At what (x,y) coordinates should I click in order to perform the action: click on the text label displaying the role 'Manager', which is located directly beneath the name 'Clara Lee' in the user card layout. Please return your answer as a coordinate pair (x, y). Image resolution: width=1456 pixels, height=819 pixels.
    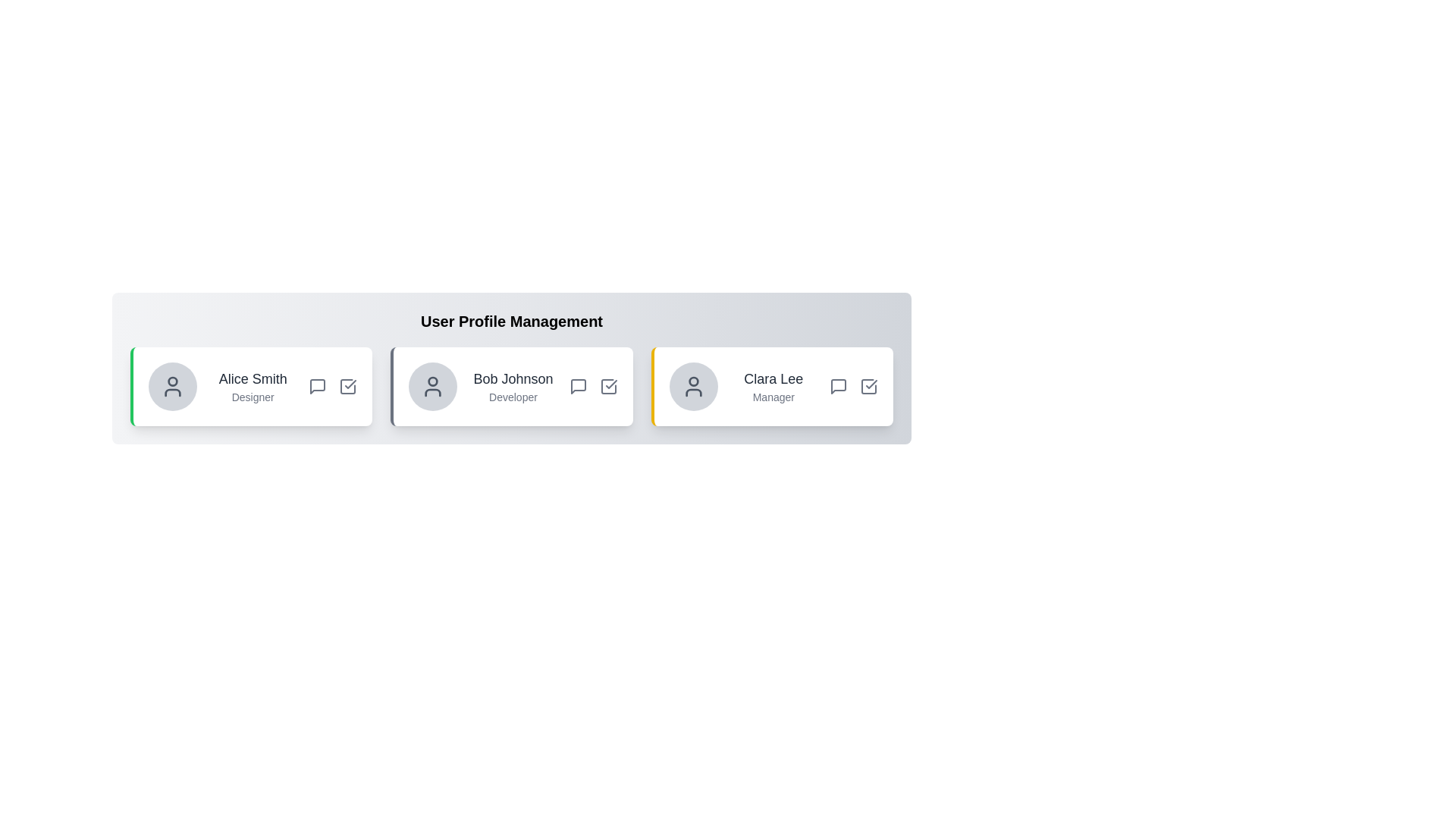
    Looking at the image, I should click on (773, 397).